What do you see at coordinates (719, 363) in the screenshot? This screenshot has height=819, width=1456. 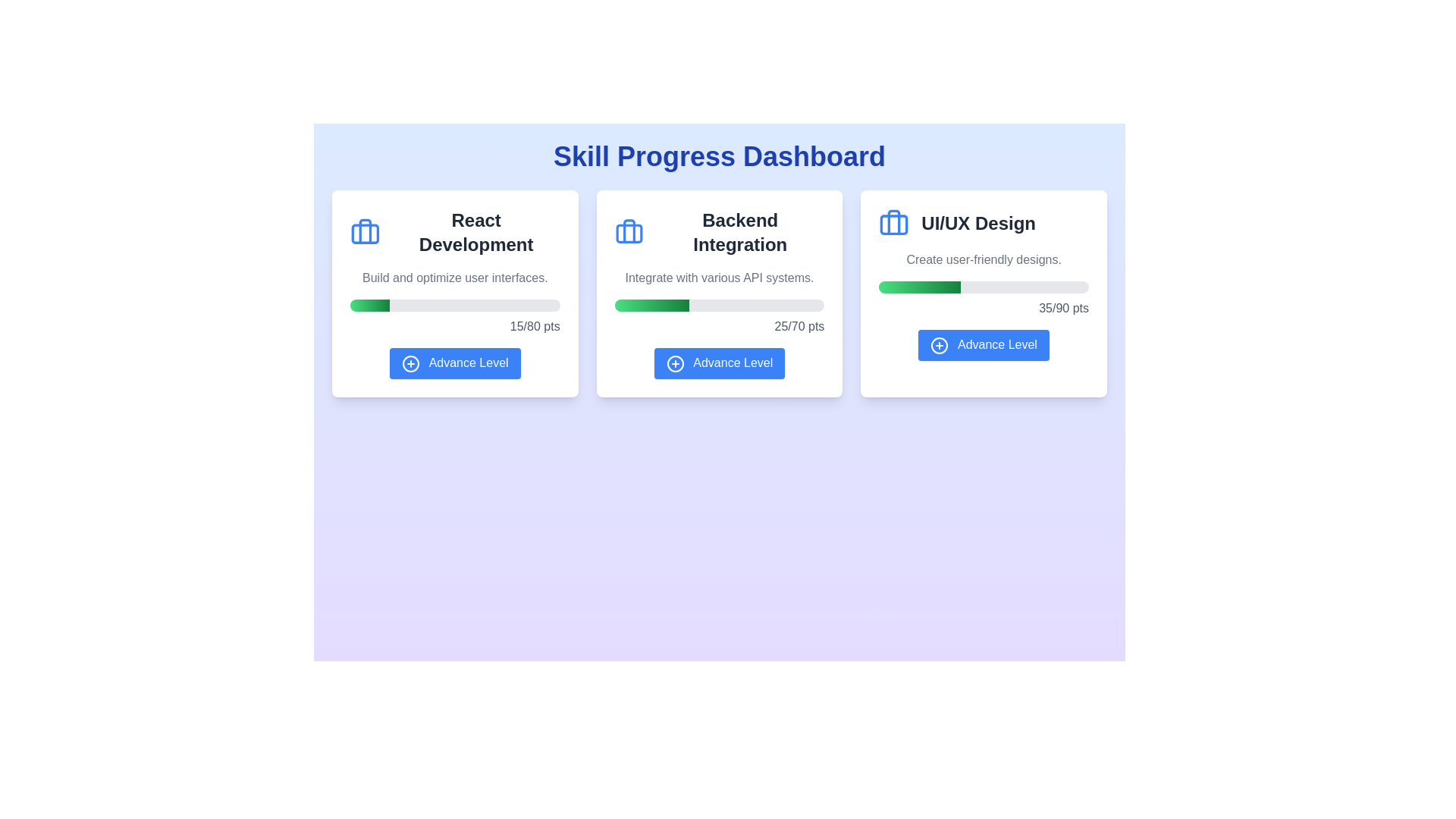 I see `the button located` at bounding box center [719, 363].